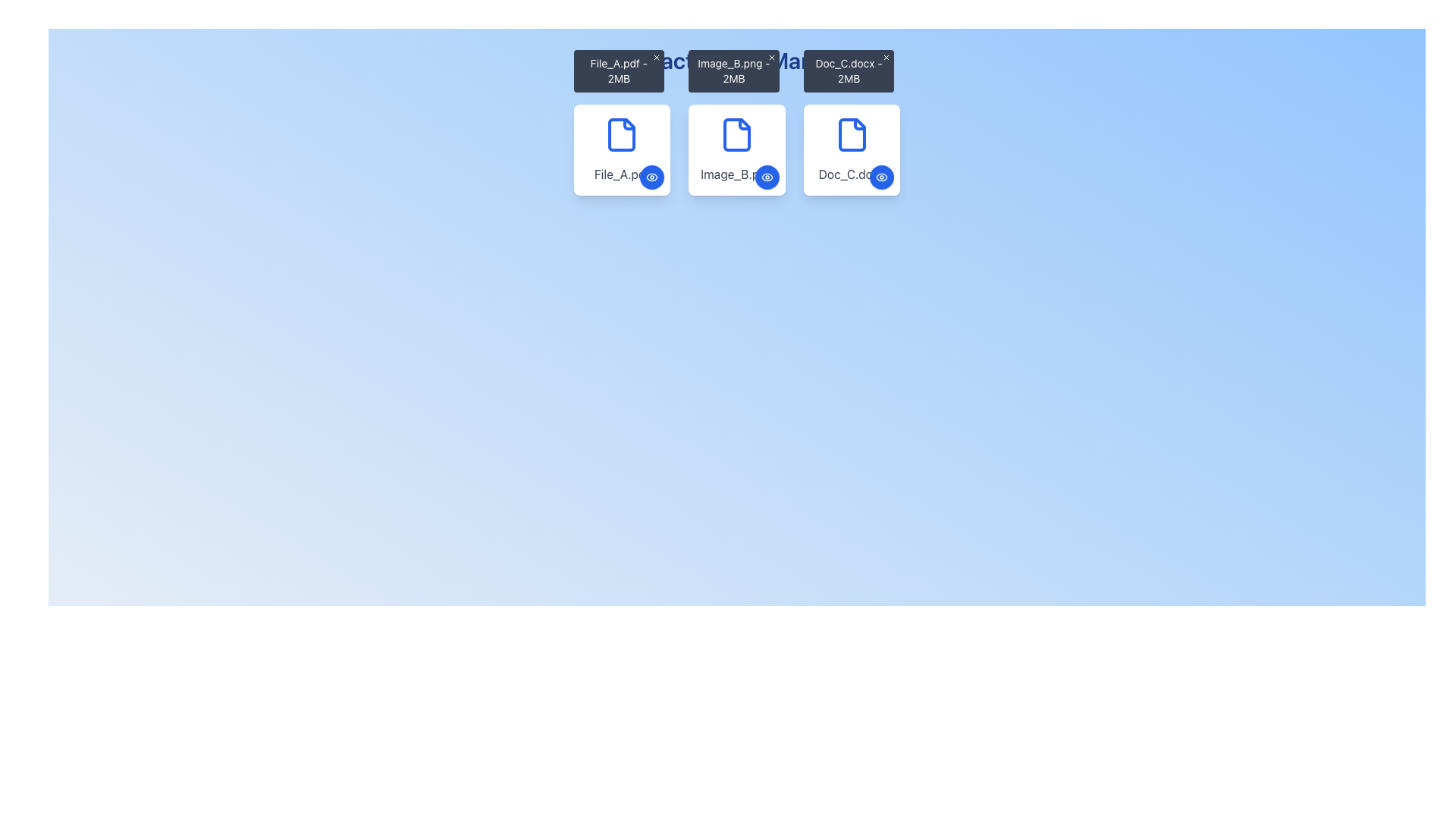 Image resolution: width=1456 pixels, height=819 pixels. What do you see at coordinates (852, 174) in the screenshot?
I see `the text label displaying 'Doc_C.docx', which is styled in gray and centered, located below the blue document icon in the white rounded rectangular card` at bounding box center [852, 174].